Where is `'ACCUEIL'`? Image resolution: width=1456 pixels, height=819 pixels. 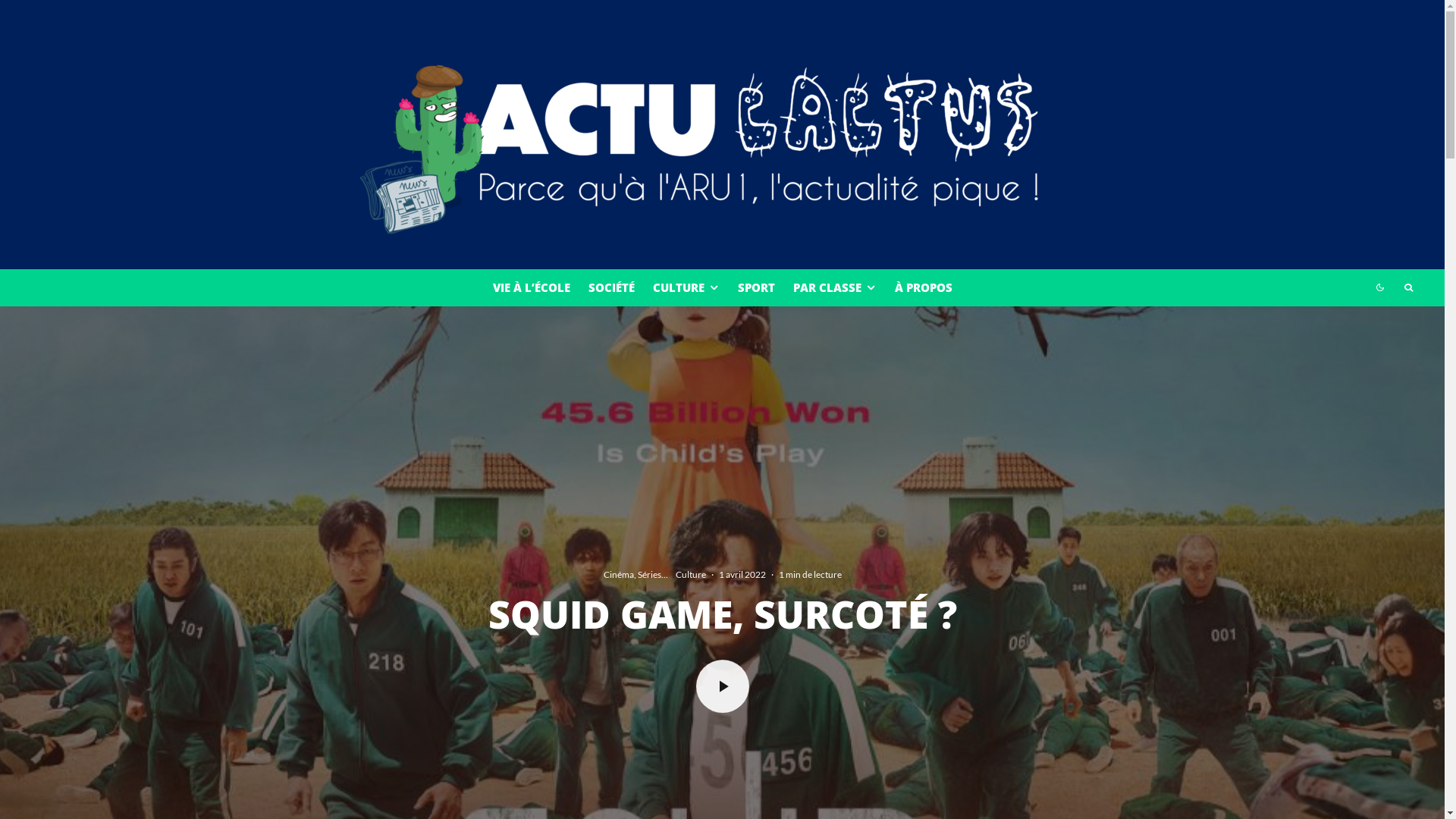
'ACCUEIL' is located at coordinates (690, 605).